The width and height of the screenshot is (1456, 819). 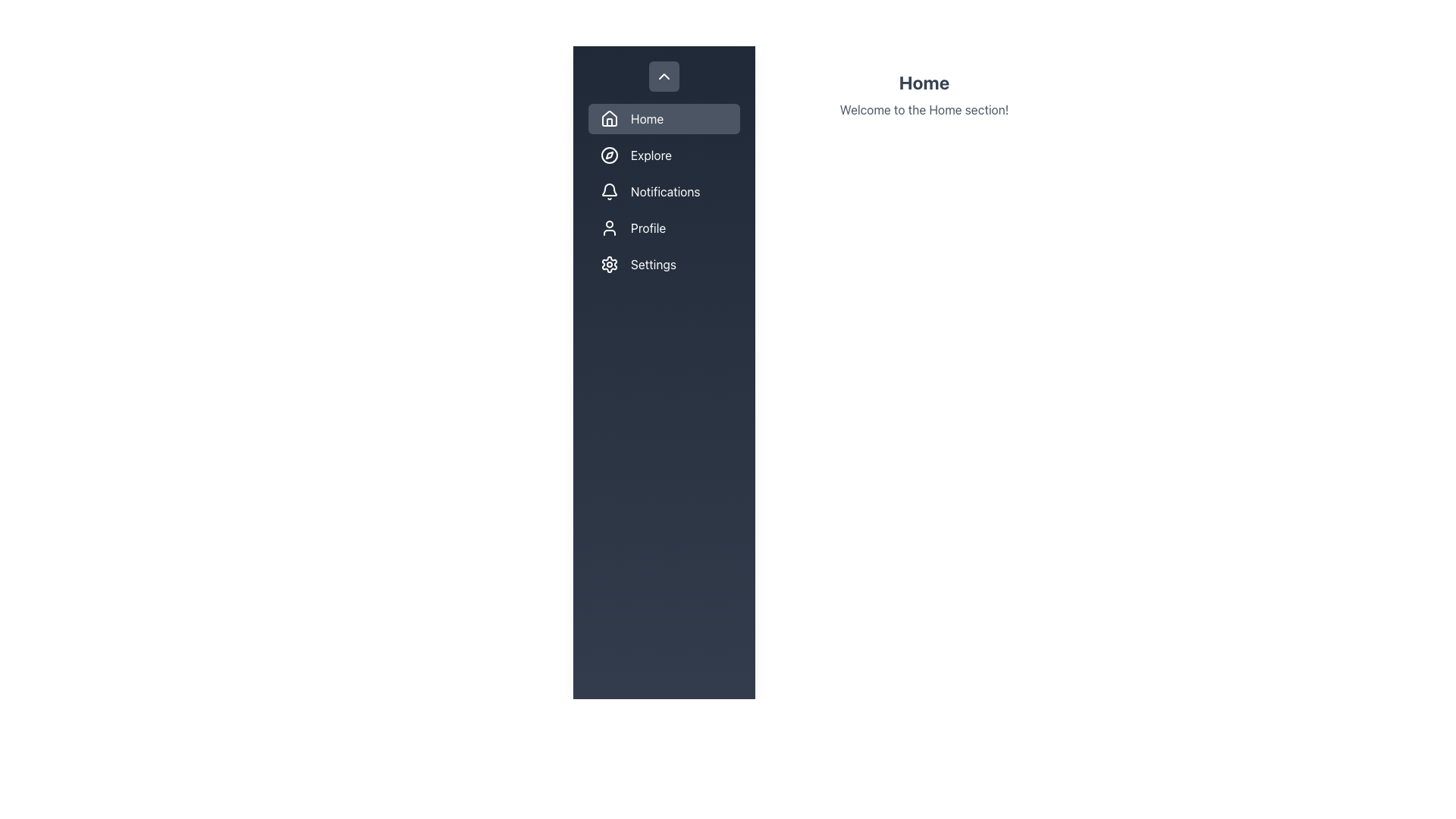 I want to click on text label 'Notifications' styled in white font located in the left-side navigation menu, adjacent to the bell icon, so click(x=665, y=191).